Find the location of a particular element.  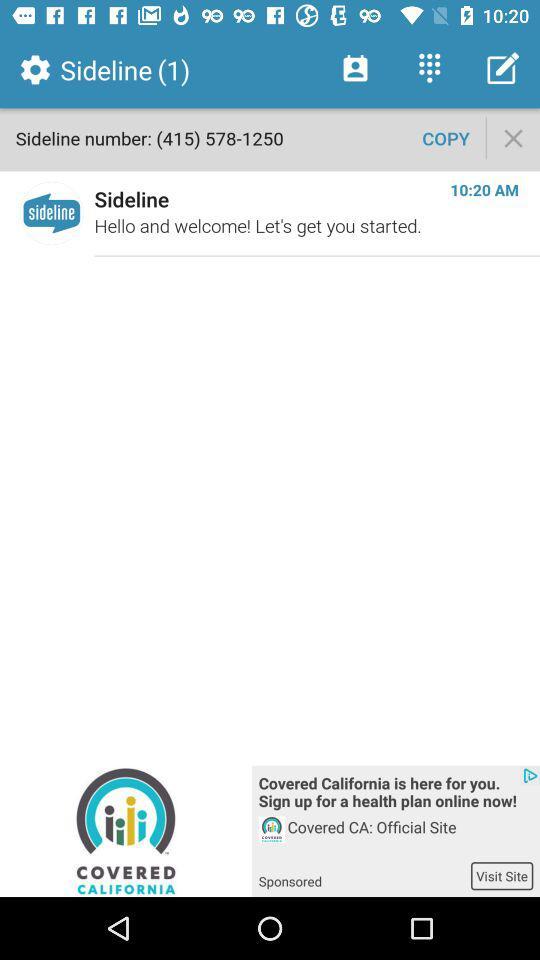

app above the sponsored item is located at coordinates (409, 838).